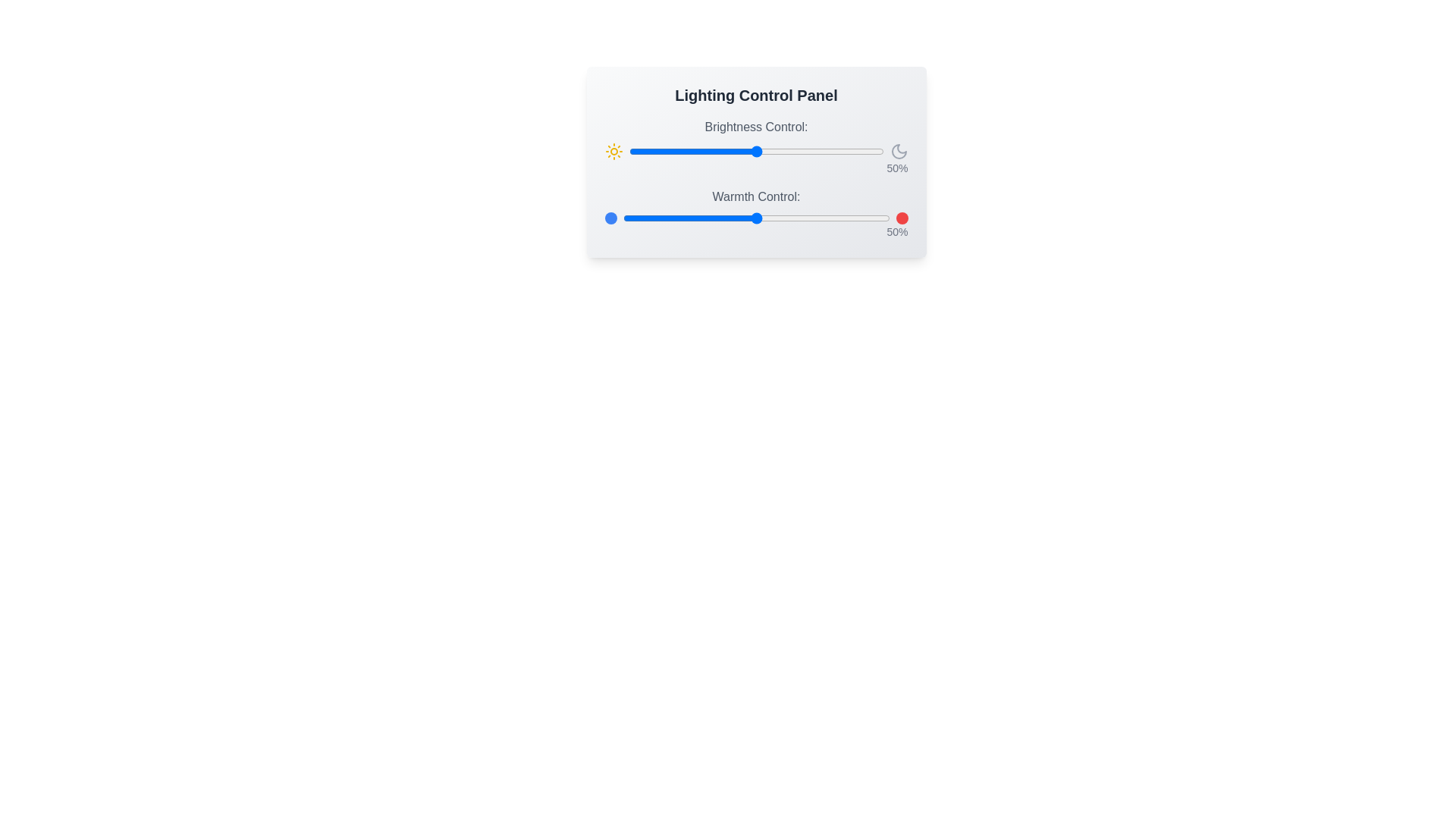 The image size is (1456, 819). I want to click on warmth level, so click(876, 218).